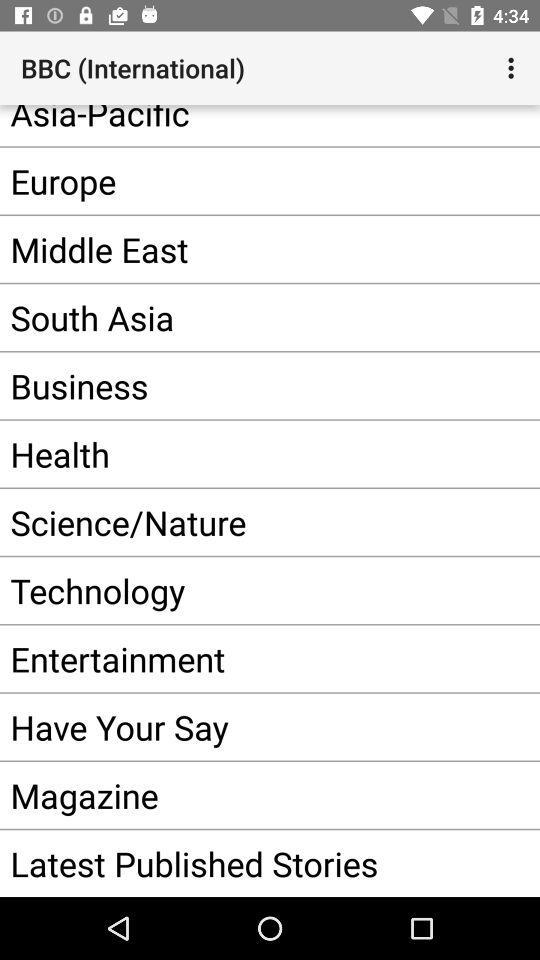  Describe the element at coordinates (239, 384) in the screenshot. I see `the item above health app` at that location.